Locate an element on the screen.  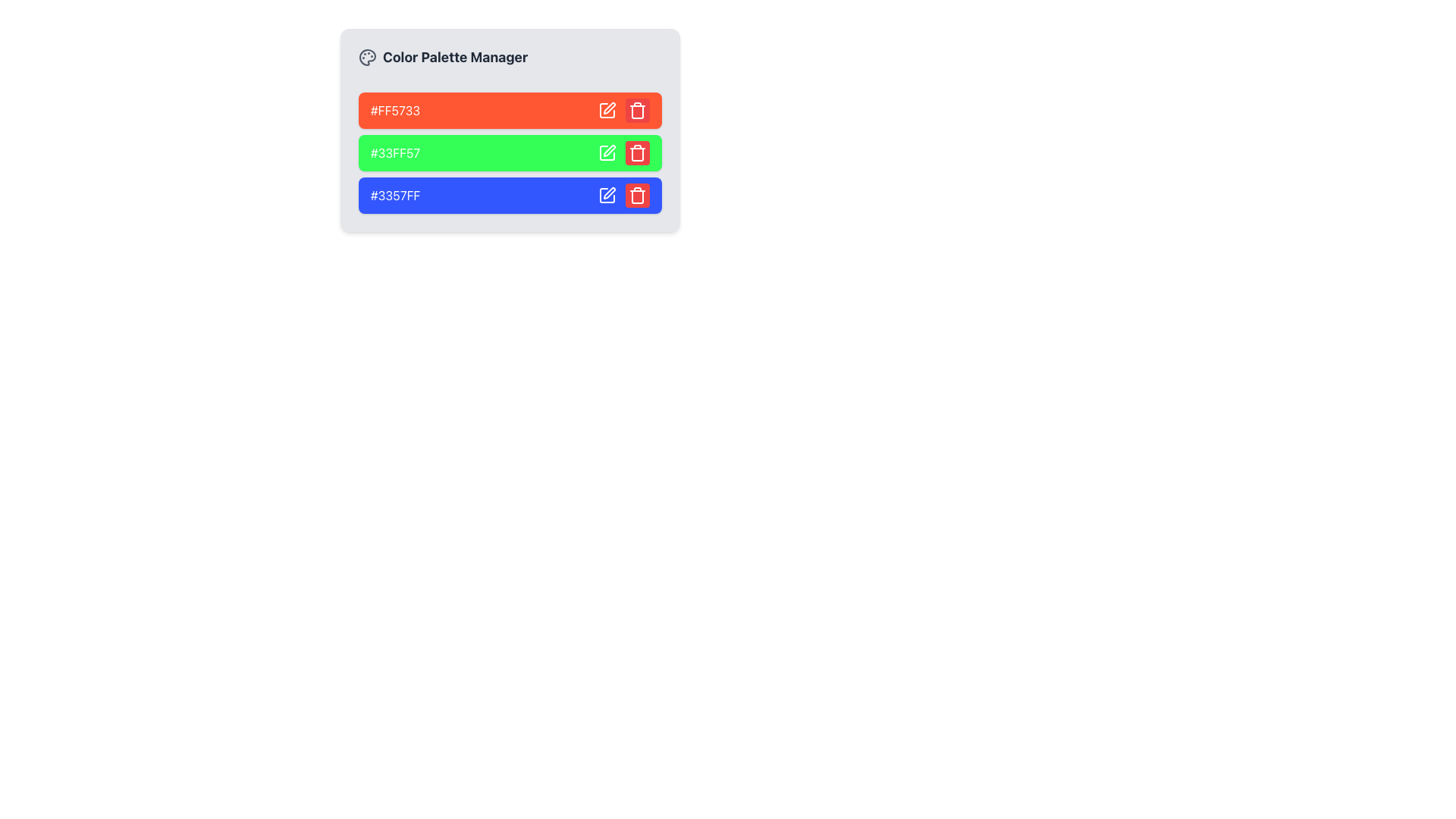
the middle section of the trash can icon, which is used as a delete symbol in the user interface, located in the right-hand side delete icon under the blue section is located at coordinates (637, 196).